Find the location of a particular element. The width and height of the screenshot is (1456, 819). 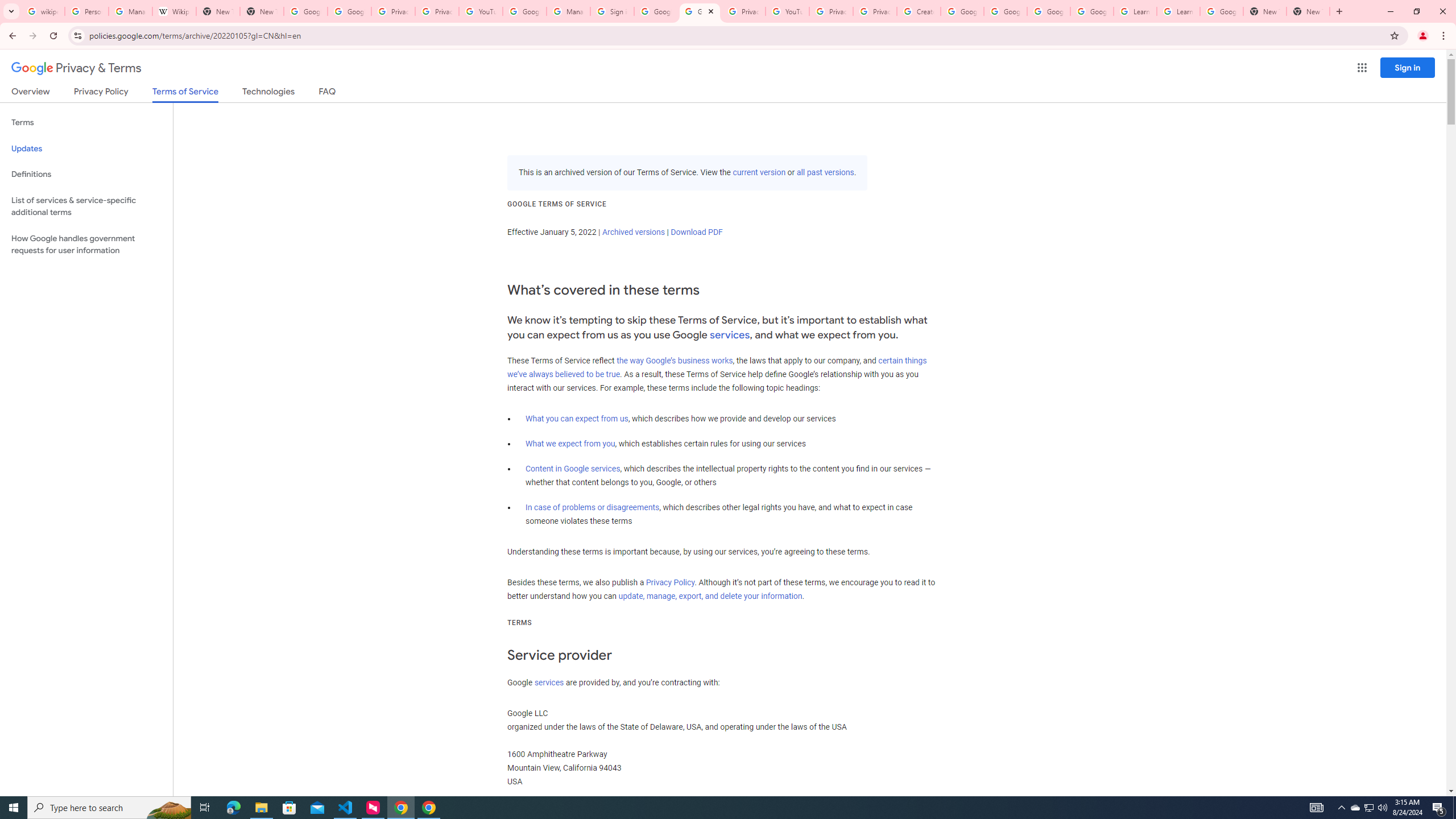

'update, manage, export, and delete your information' is located at coordinates (710, 596).